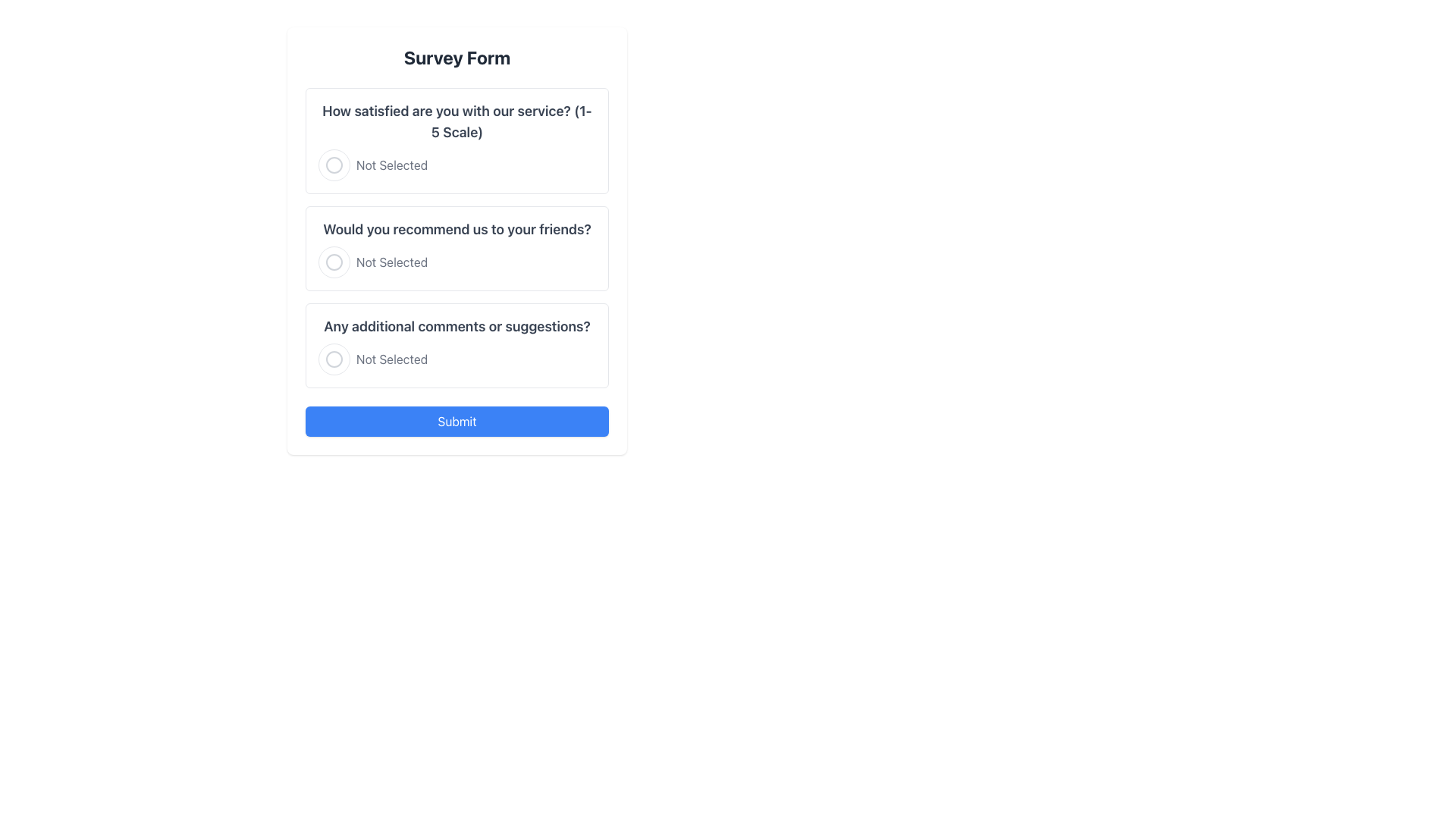 This screenshot has height=819, width=1456. Describe the element at coordinates (334, 165) in the screenshot. I see `the decorative graphic or icon located at the center of the circular clickable area for the first question titled 'How satisfied are you with our service? (1-5 Scale)' in the survey form` at that location.